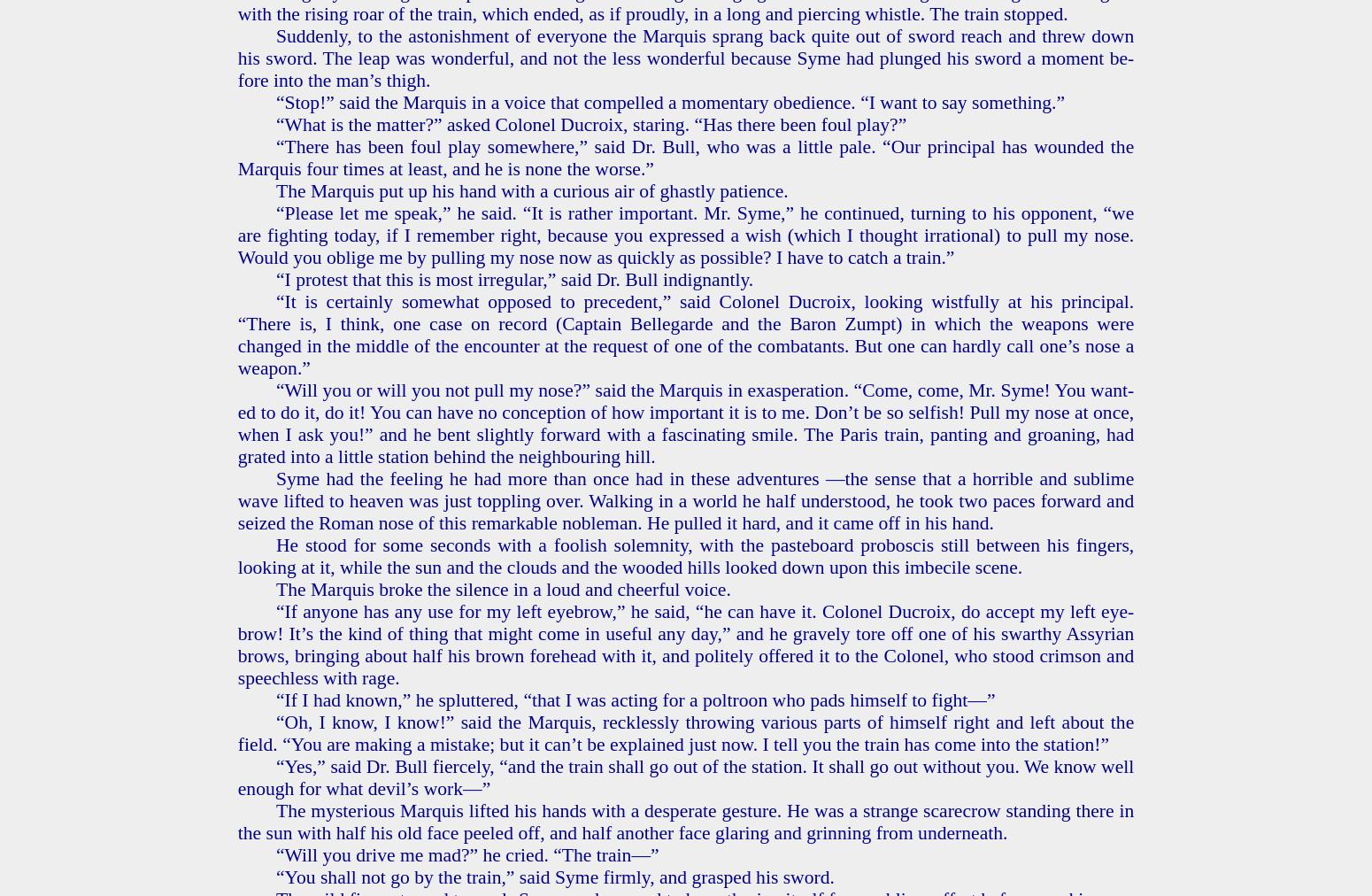  What do you see at coordinates (685, 821) in the screenshot?
I see `'The mys­te­ri­ous Mar­quis lift­ed his hands with a des­per­ate ges­ture. He was a strange scare­crow stand­ing there in the sun with half his old face peeled off, and half an­oth­er face glar­ing and grin­ning from un­der­neath.'` at bounding box center [685, 821].